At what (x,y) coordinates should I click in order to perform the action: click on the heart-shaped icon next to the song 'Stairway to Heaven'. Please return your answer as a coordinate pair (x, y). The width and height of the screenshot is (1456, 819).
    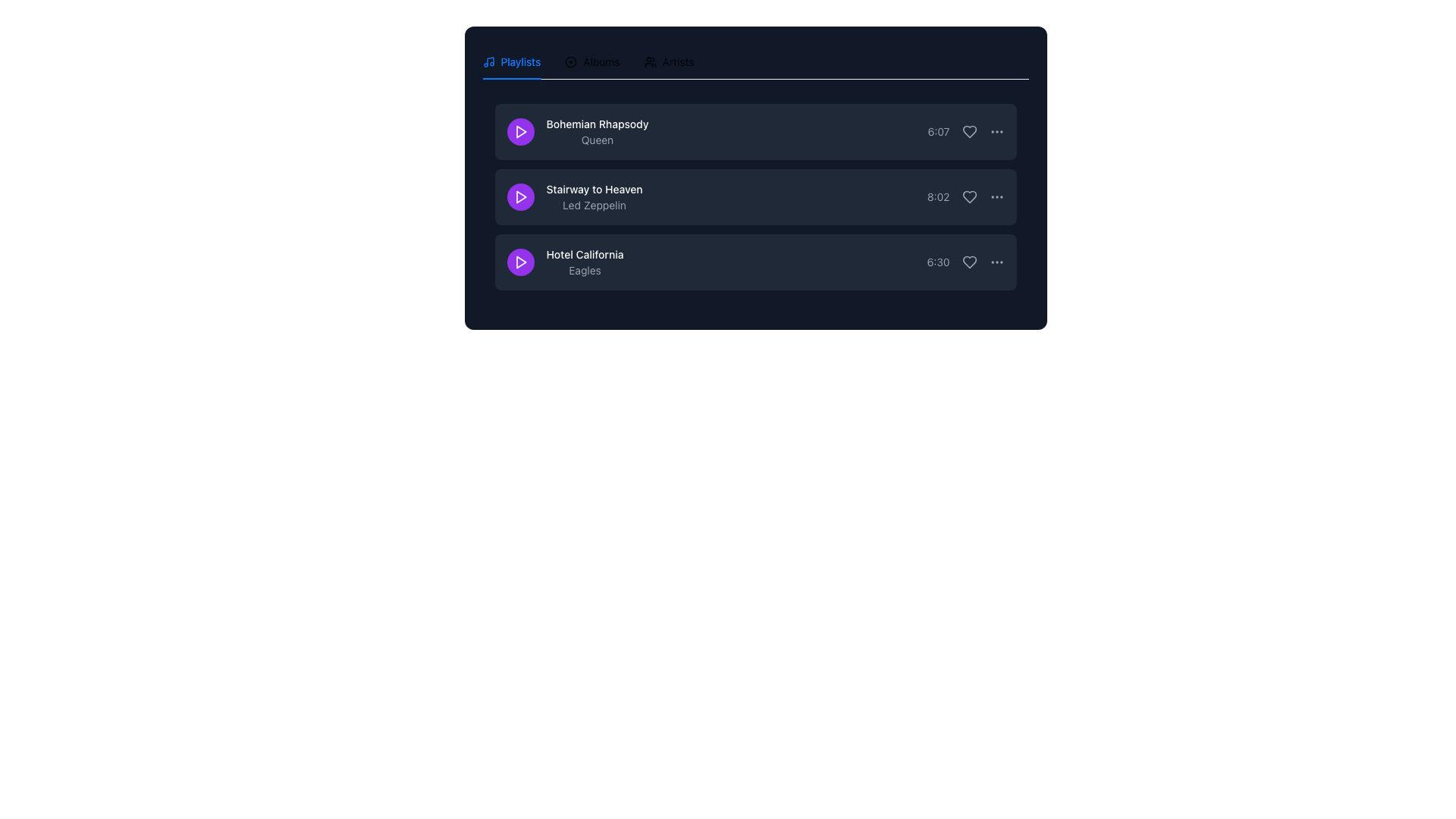
    Looking at the image, I should click on (968, 196).